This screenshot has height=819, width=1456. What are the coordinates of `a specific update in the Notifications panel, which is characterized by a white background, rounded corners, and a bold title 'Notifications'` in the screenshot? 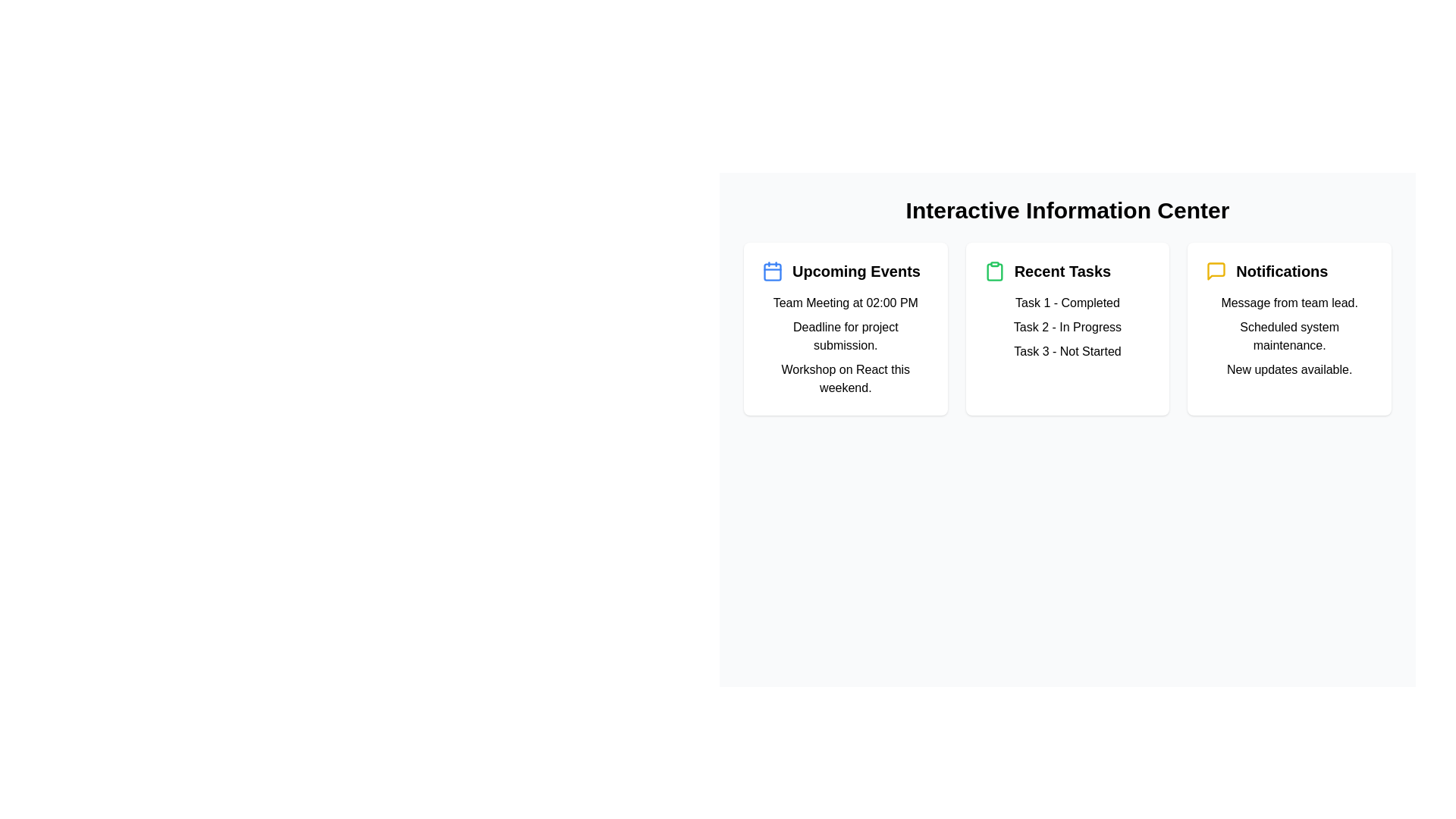 It's located at (1288, 328).